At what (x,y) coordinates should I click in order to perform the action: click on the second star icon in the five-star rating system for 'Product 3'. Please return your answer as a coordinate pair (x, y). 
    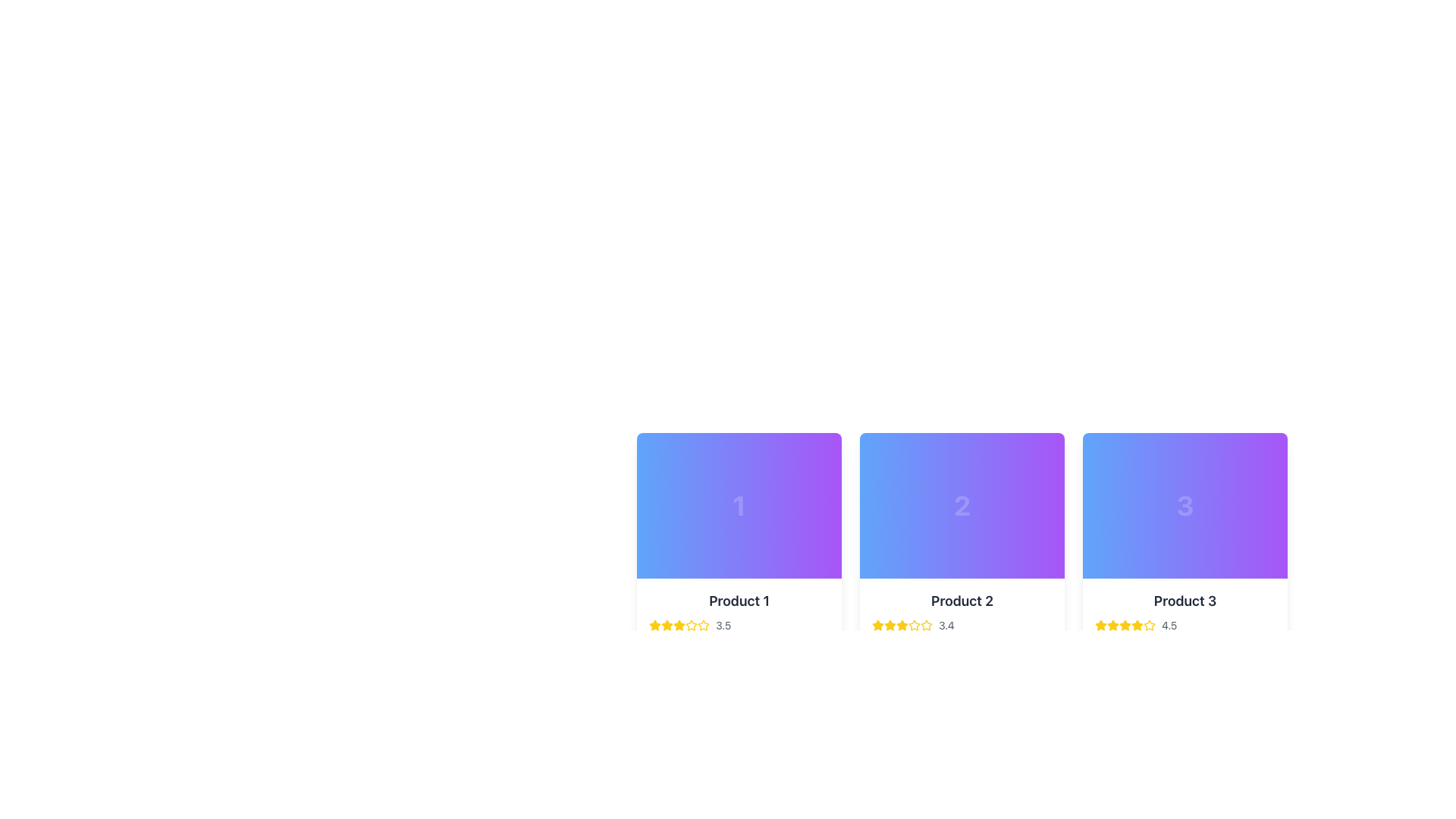
    Looking at the image, I should click on (1125, 625).